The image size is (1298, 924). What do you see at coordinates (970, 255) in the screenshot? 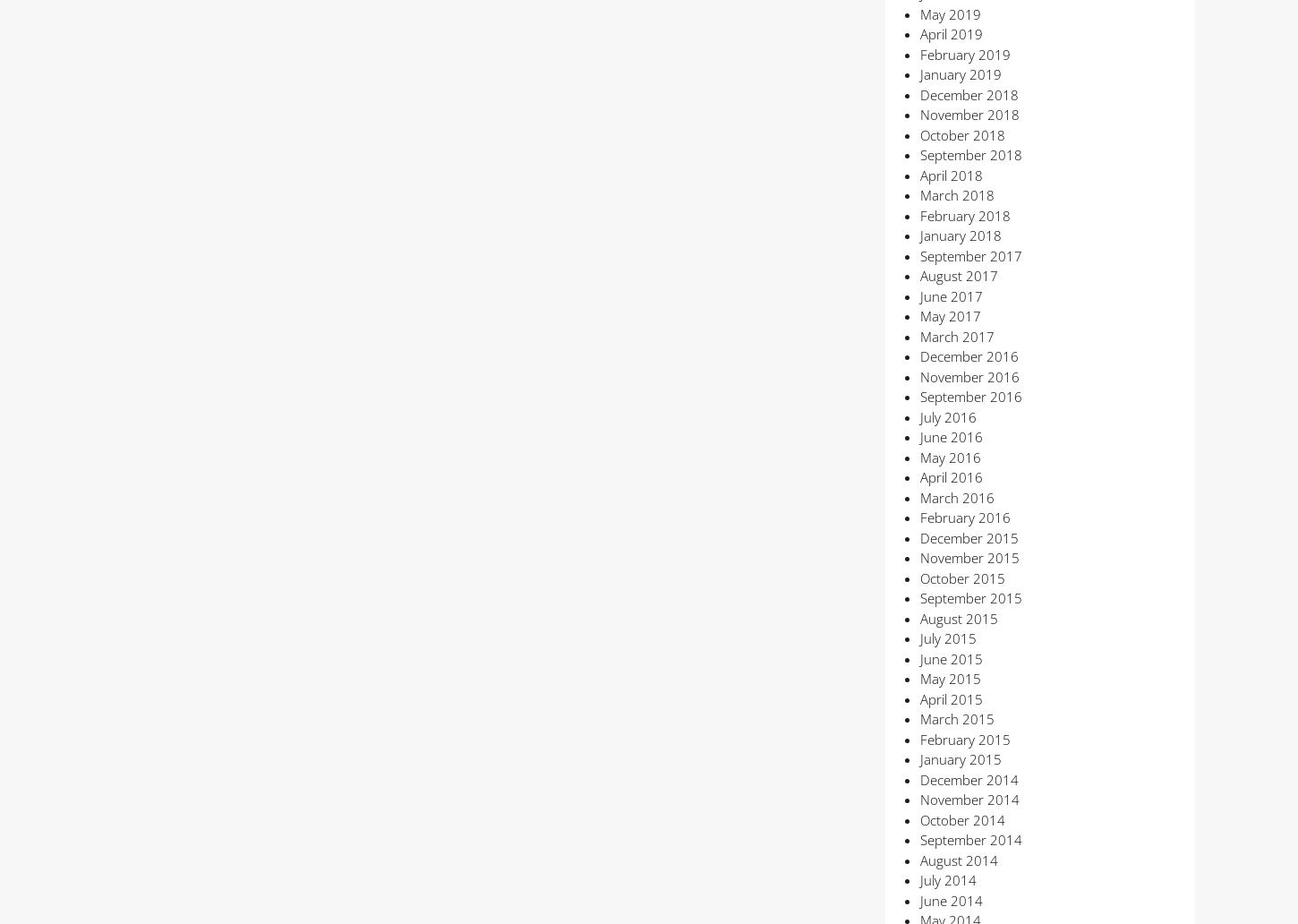
I see `'September 2017'` at bounding box center [970, 255].